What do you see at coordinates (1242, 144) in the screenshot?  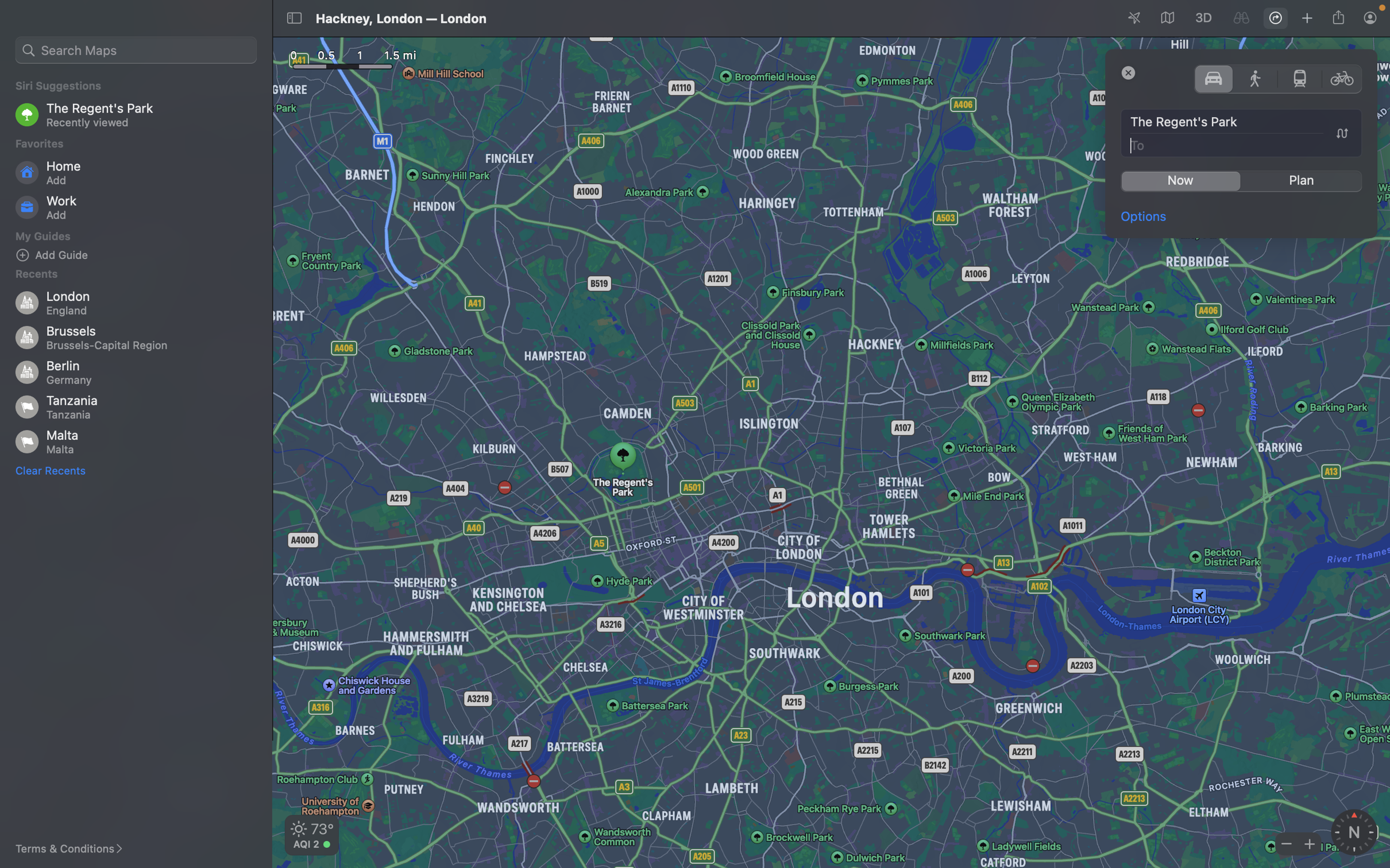 I see `Move to the "destination" input field, input Paris and submit with enter` at bounding box center [1242, 144].